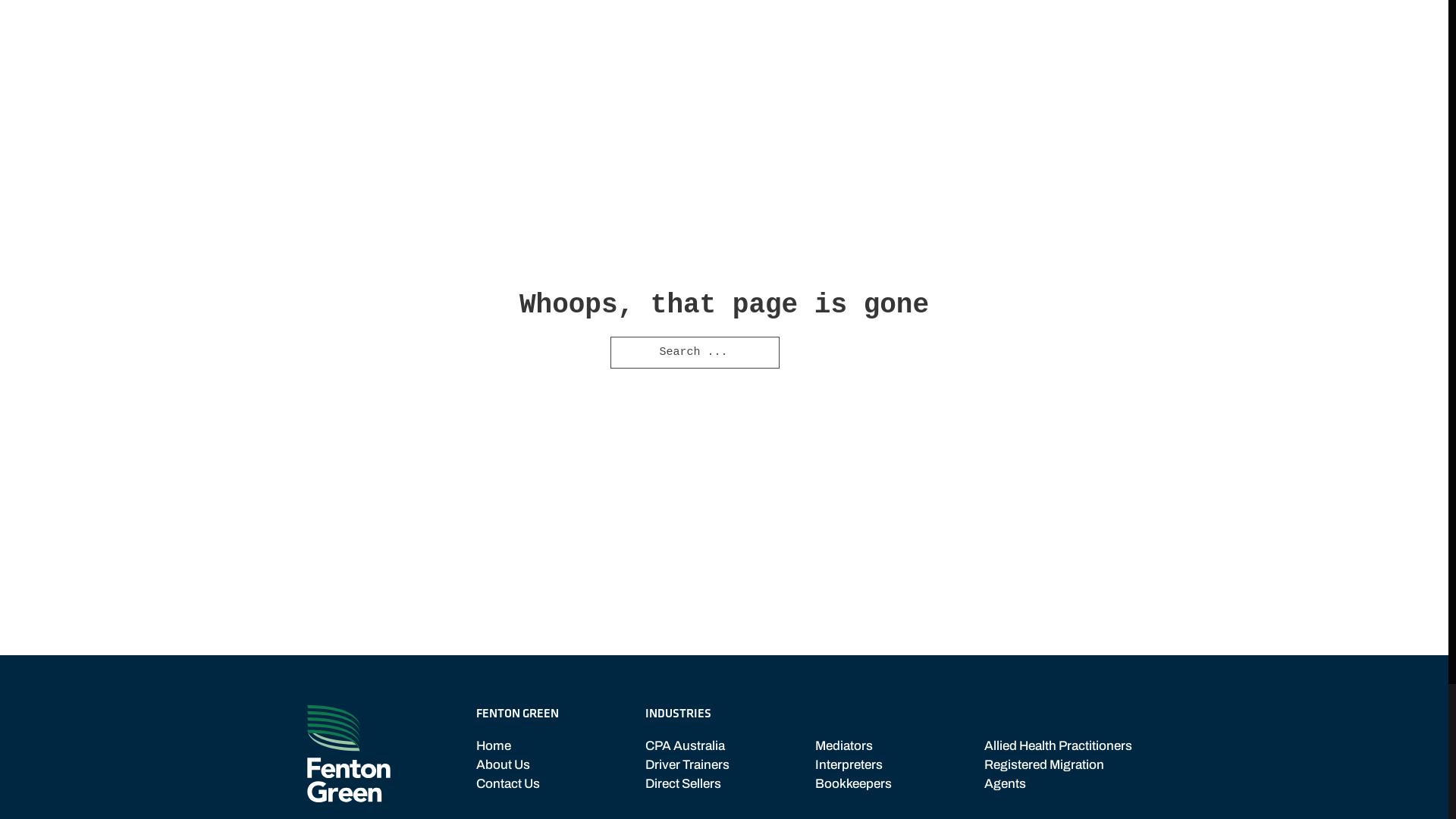 The height and width of the screenshot is (819, 1456). I want to click on 'Direct Sellers', so click(645, 783).